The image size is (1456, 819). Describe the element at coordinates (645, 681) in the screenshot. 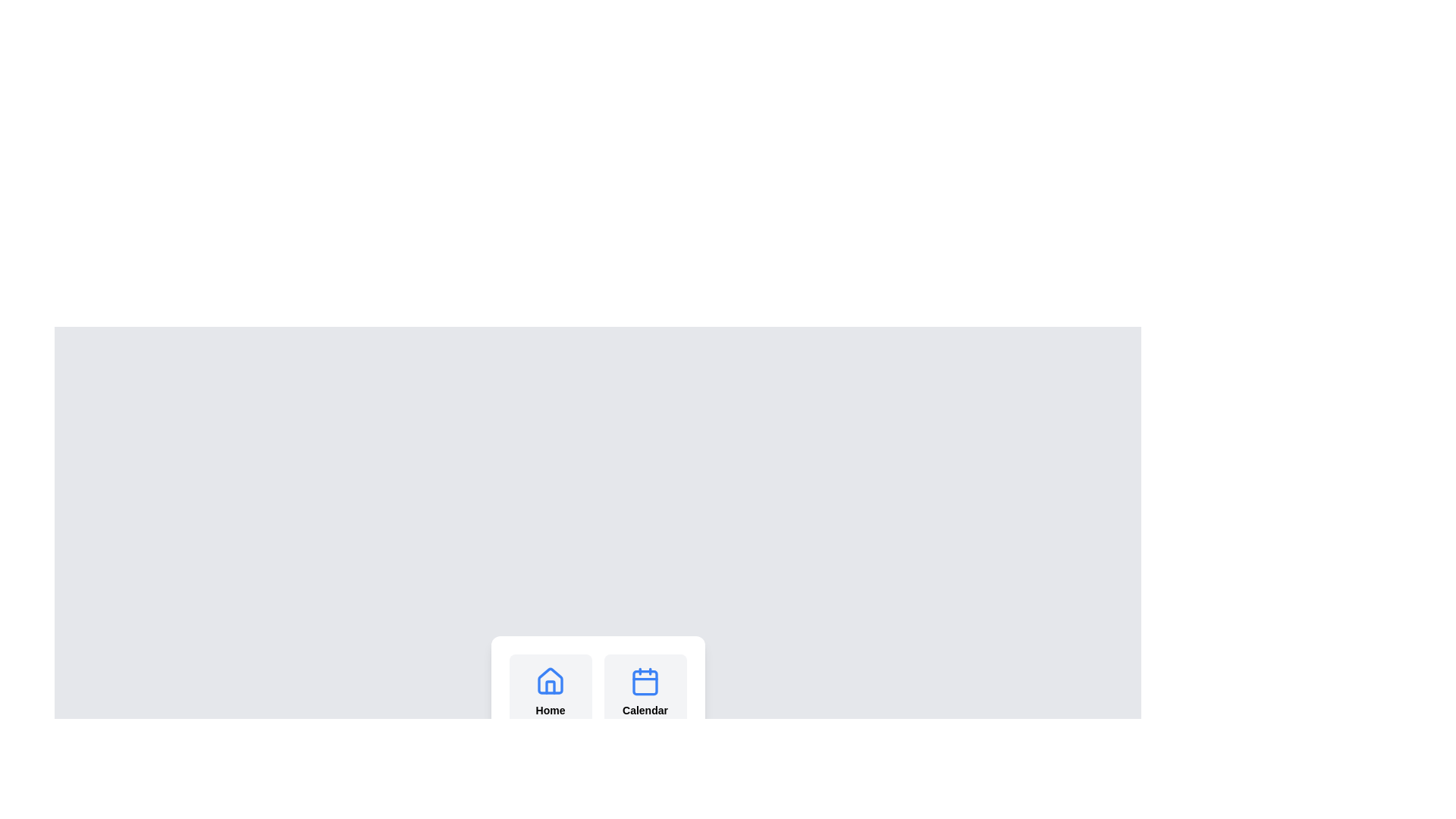

I see `the background rectangle of the calendar icon, which is centrally located within the calendar icon on the bottom navigation bar` at that location.